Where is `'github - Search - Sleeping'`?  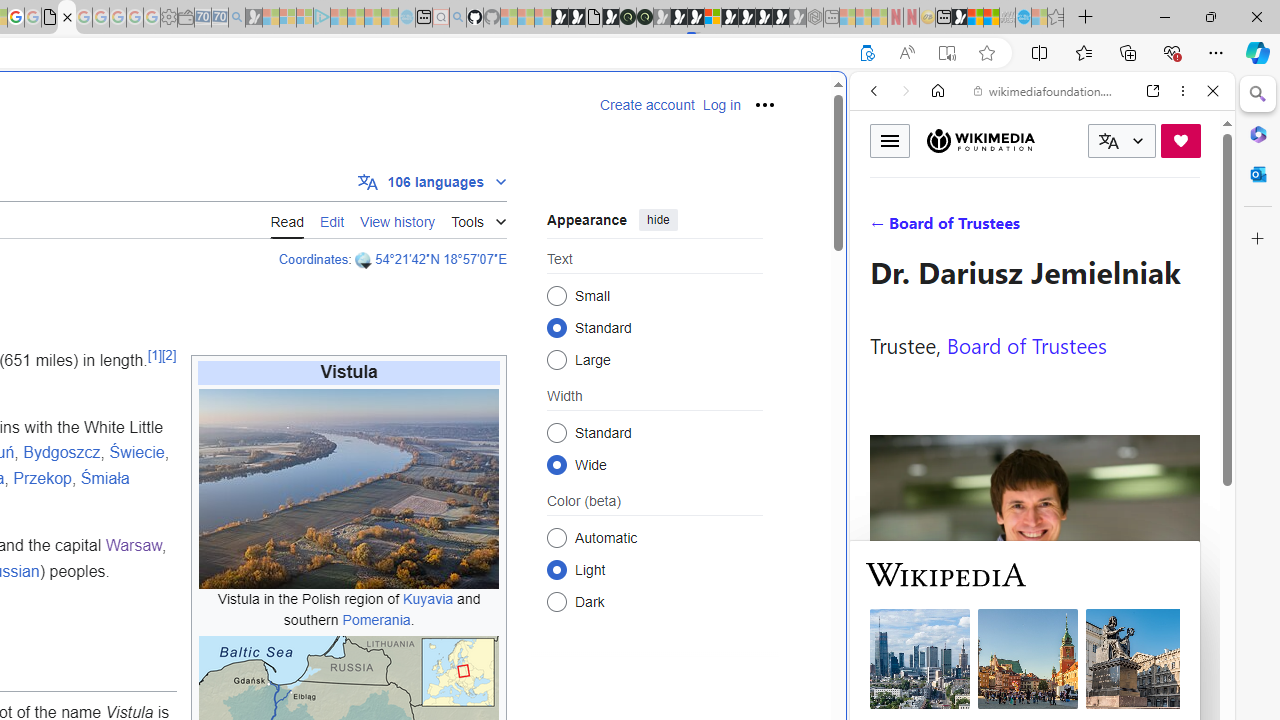
'github - Search - Sleeping' is located at coordinates (457, 17).